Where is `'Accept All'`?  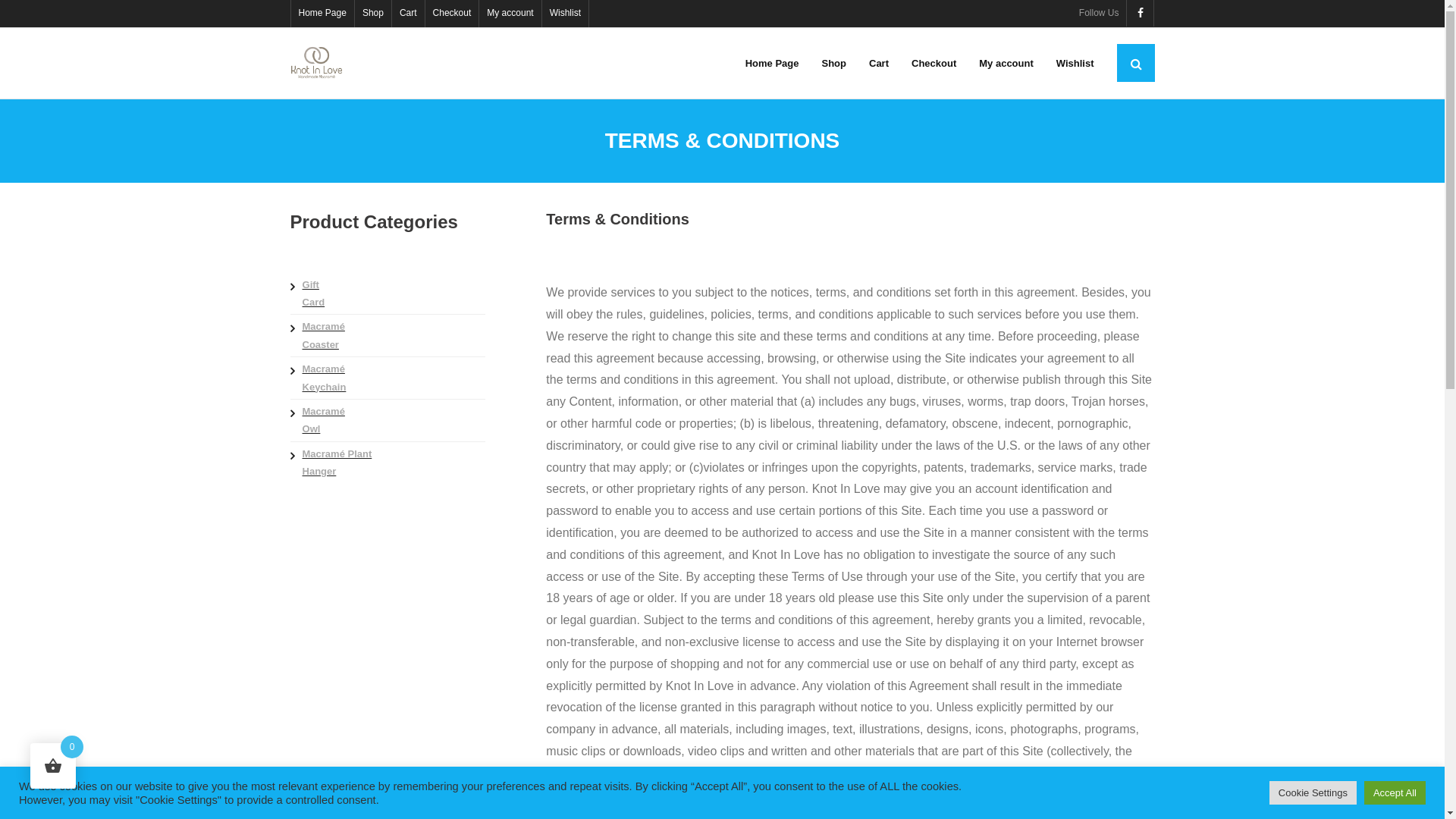 'Accept All' is located at coordinates (1395, 792).